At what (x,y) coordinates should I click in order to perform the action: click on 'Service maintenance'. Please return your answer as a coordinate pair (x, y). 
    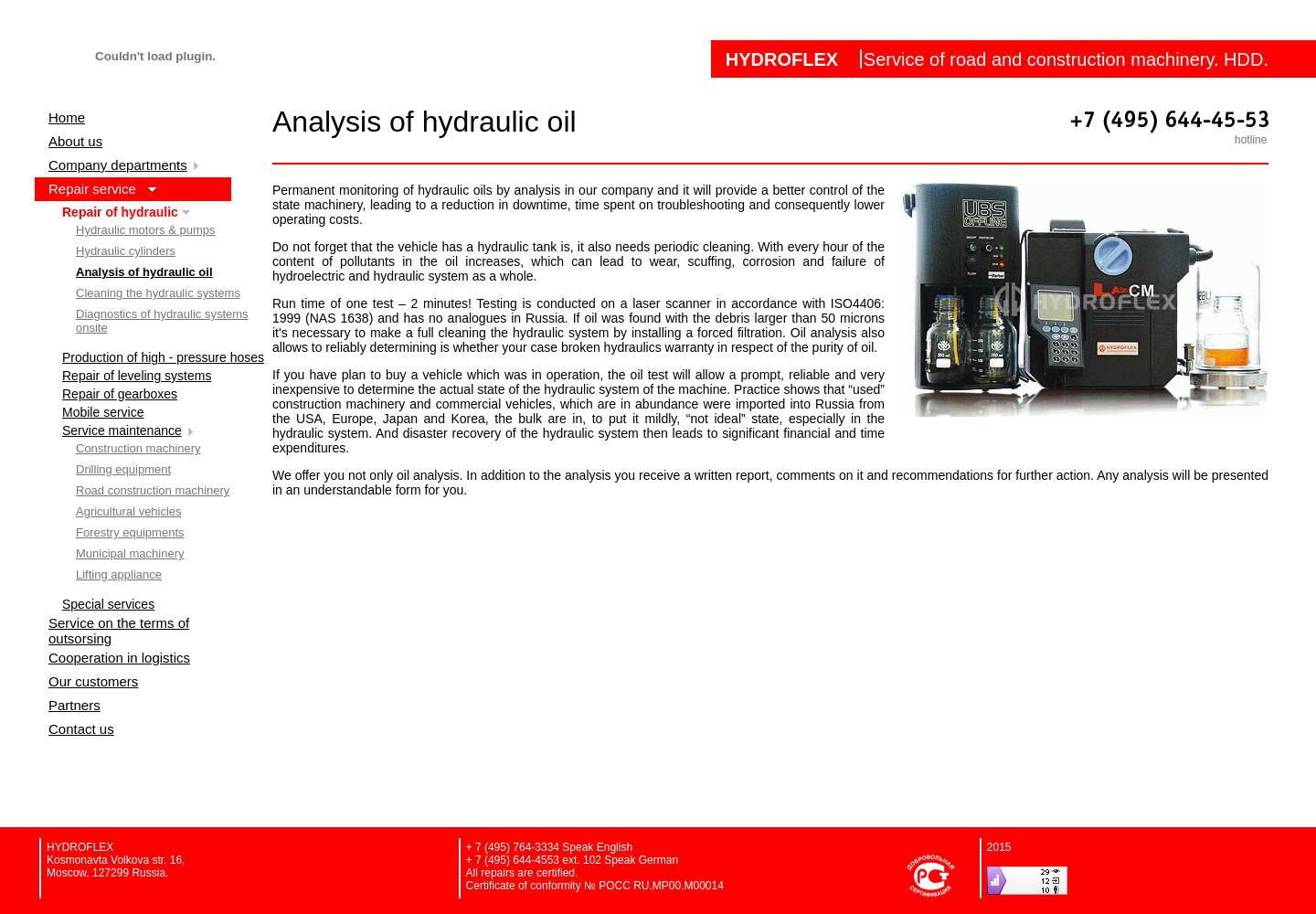
    Looking at the image, I should click on (121, 430).